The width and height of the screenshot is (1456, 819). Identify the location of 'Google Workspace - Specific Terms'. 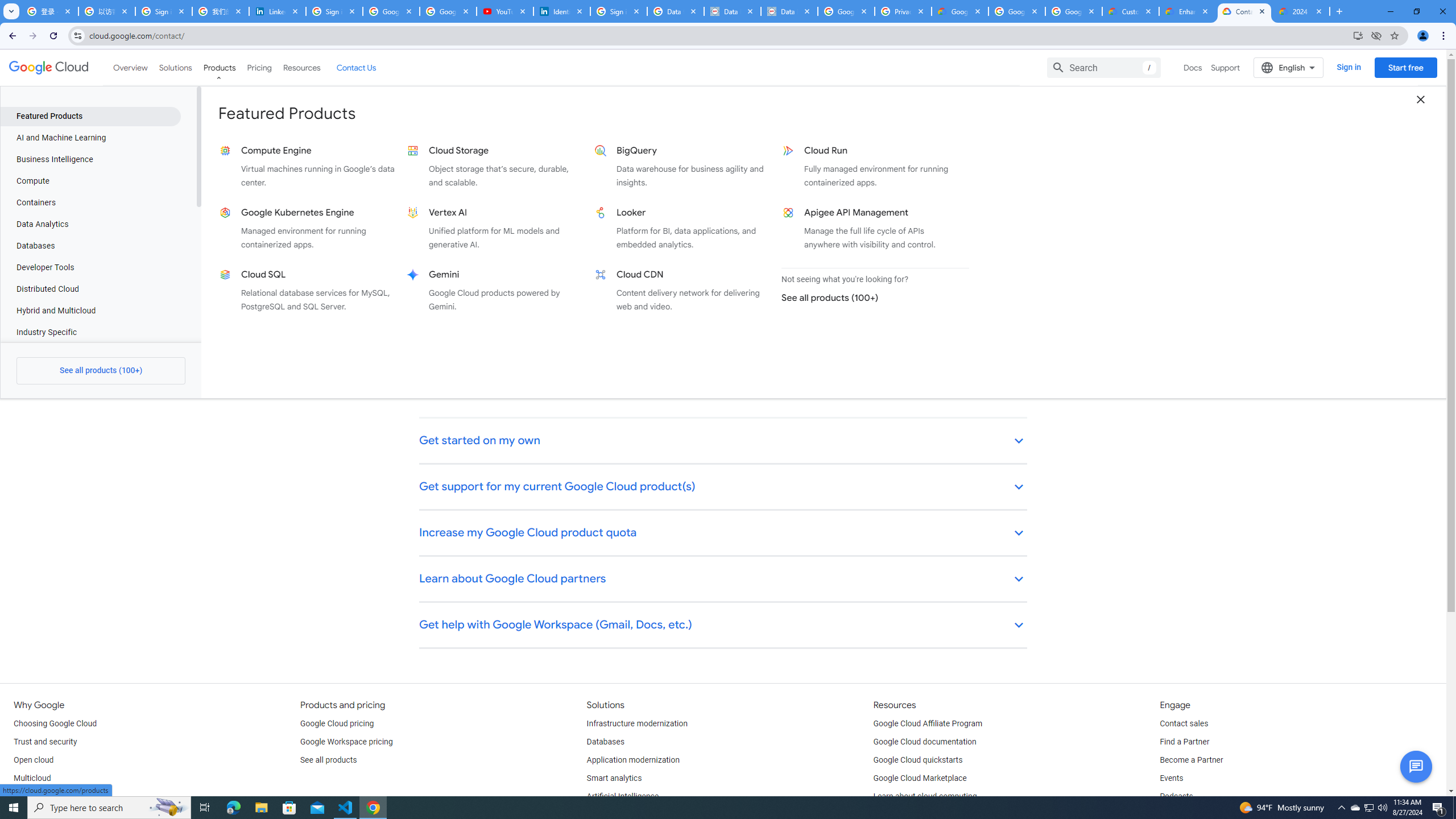
(1073, 11).